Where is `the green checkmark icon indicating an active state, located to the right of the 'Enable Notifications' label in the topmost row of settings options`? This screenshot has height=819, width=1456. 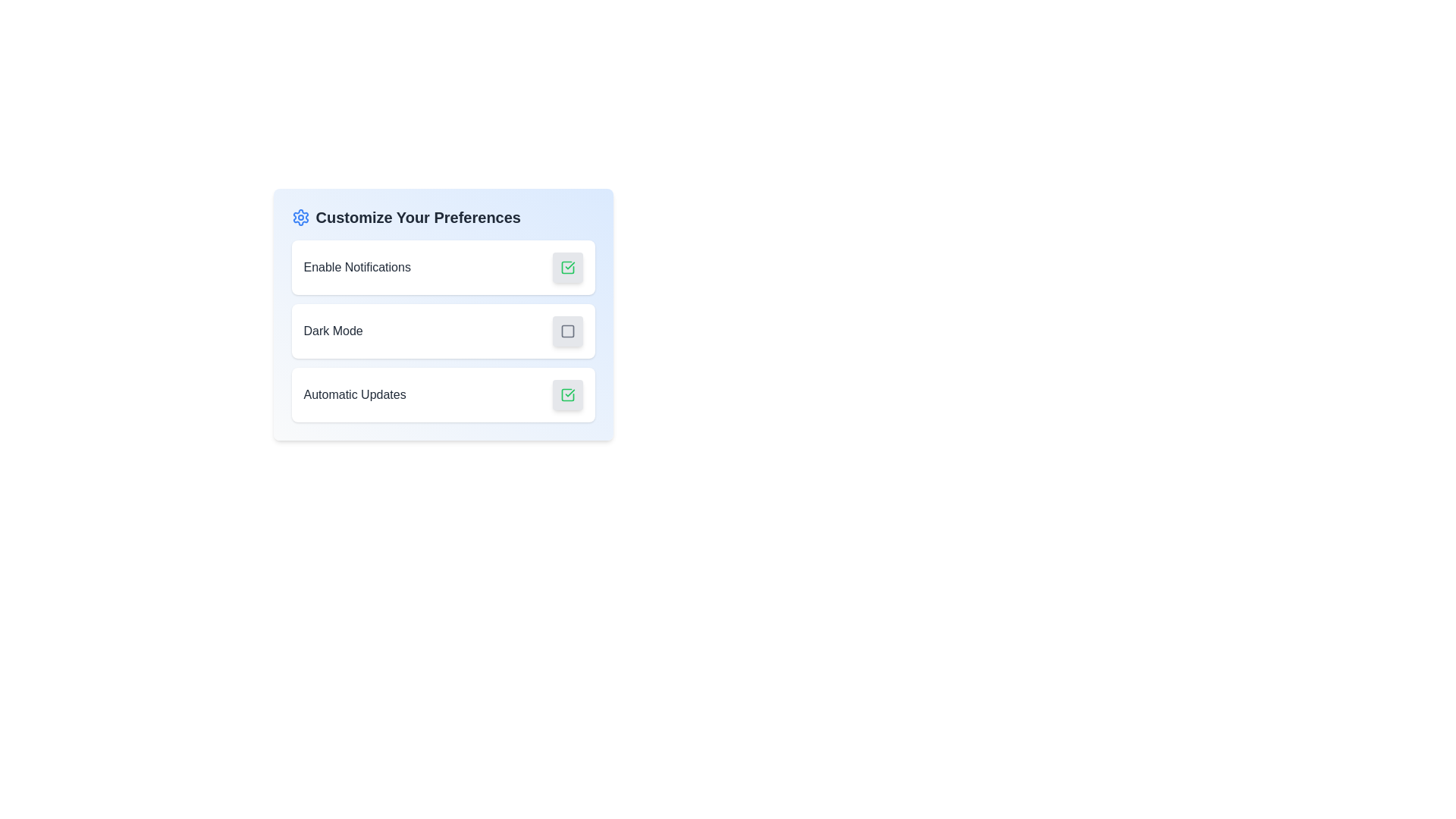
the green checkmark icon indicating an active state, located to the right of the 'Enable Notifications' label in the topmost row of settings options is located at coordinates (566, 267).